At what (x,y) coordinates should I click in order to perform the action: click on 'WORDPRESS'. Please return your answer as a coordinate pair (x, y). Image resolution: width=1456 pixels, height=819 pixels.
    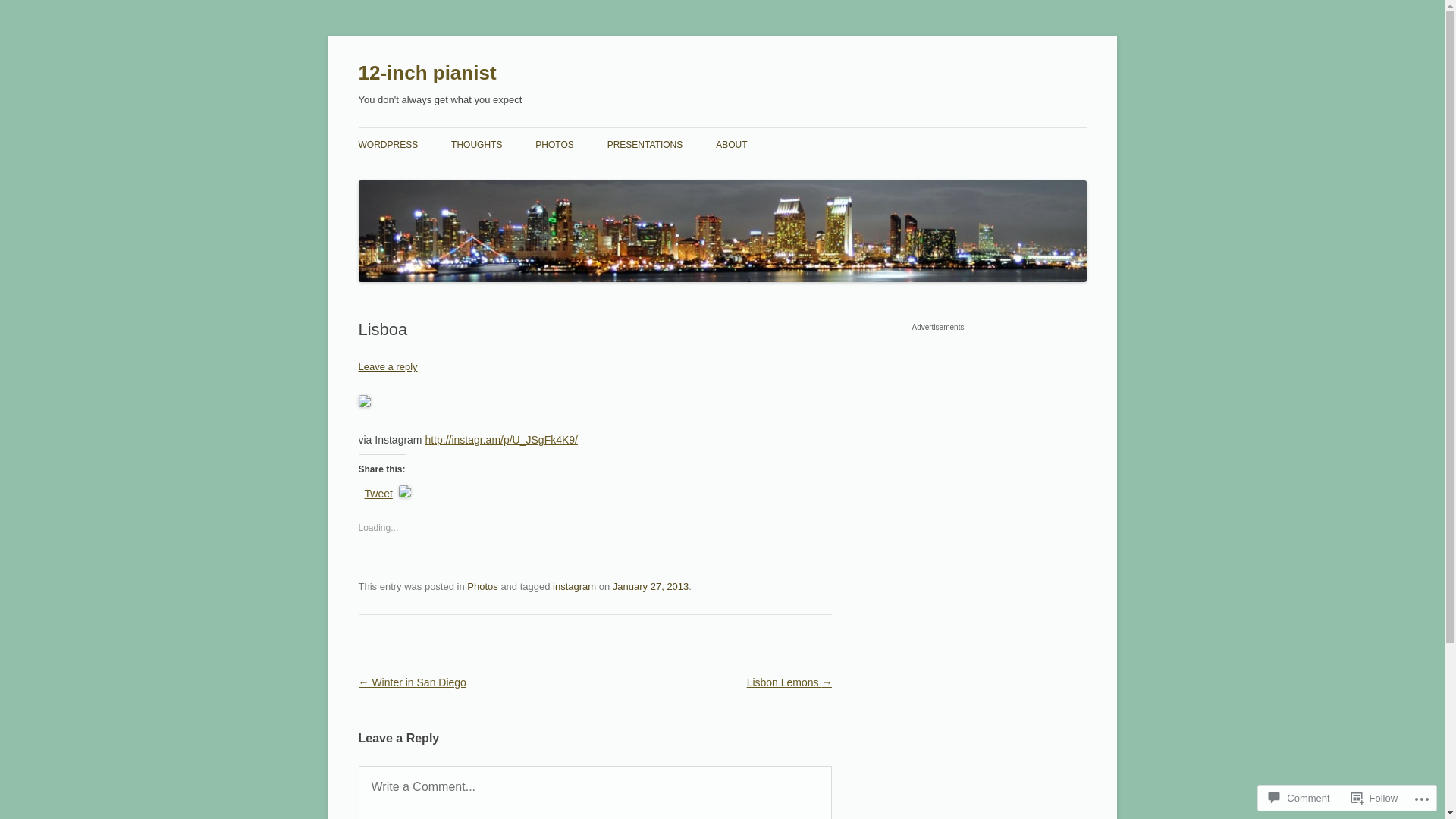
    Looking at the image, I should click on (388, 145).